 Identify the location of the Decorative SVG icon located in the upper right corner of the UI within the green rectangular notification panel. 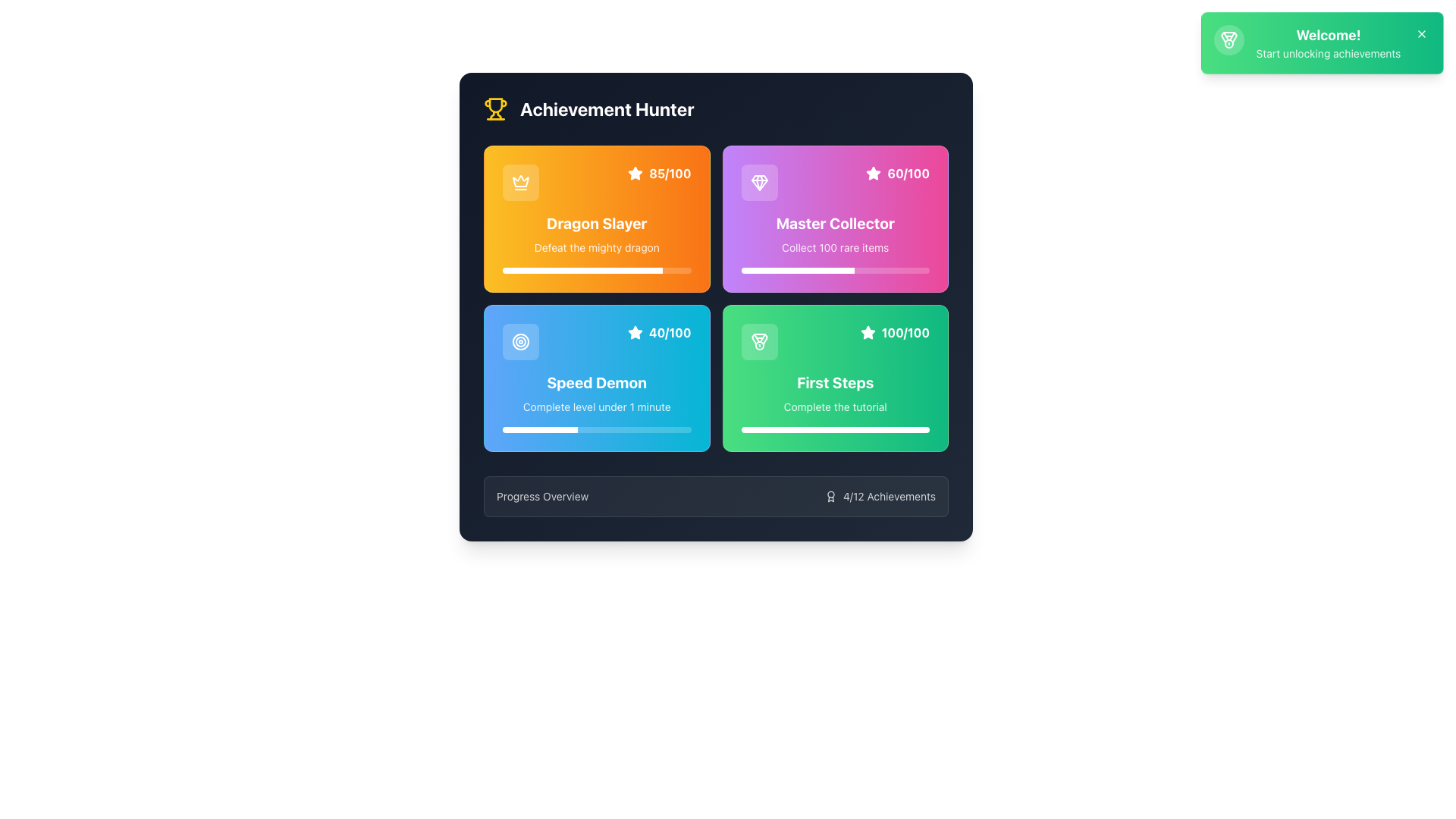
(1229, 39).